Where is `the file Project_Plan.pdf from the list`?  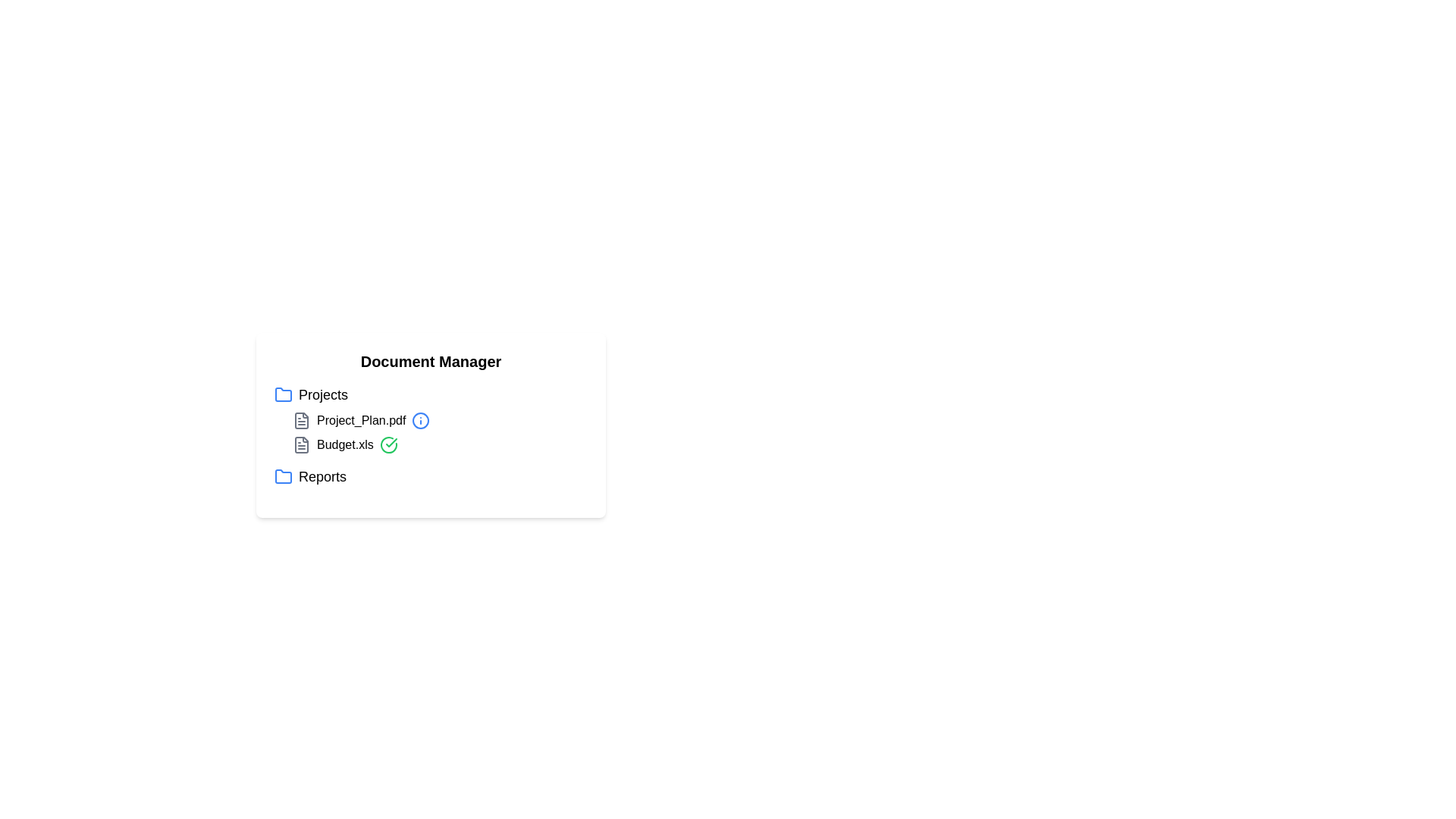
the file Project_Plan.pdf from the list is located at coordinates (360, 421).